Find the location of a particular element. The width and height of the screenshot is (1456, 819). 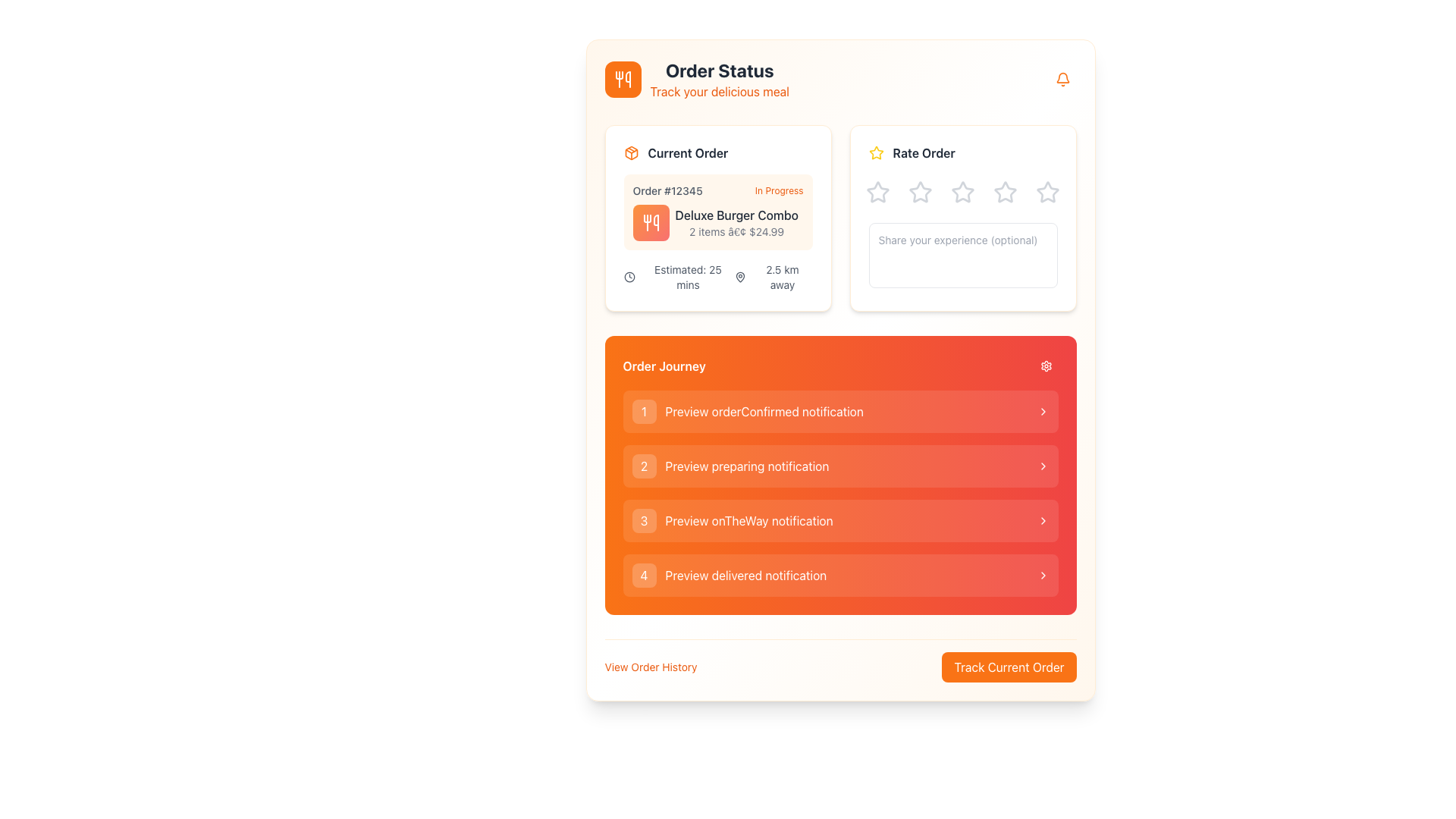

the SVG icon (map pin marker) that indicates a location related to the order's destination, located beneath the estimated time and distance text is located at coordinates (740, 278).